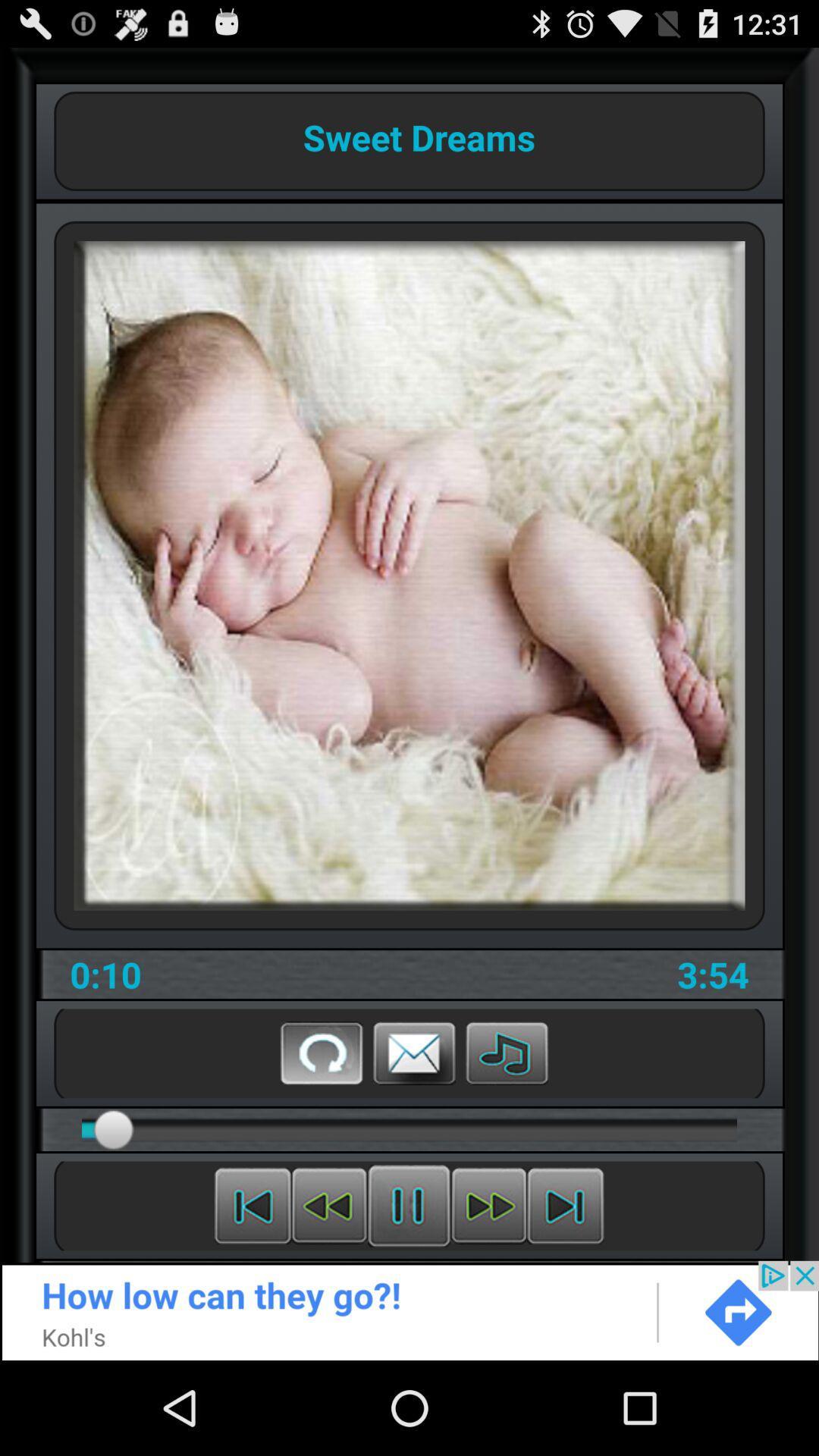 This screenshot has width=819, height=1456. What do you see at coordinates (321, 1052) in the screenshot?
I see `replay button` at bounding box center [321, 1052].